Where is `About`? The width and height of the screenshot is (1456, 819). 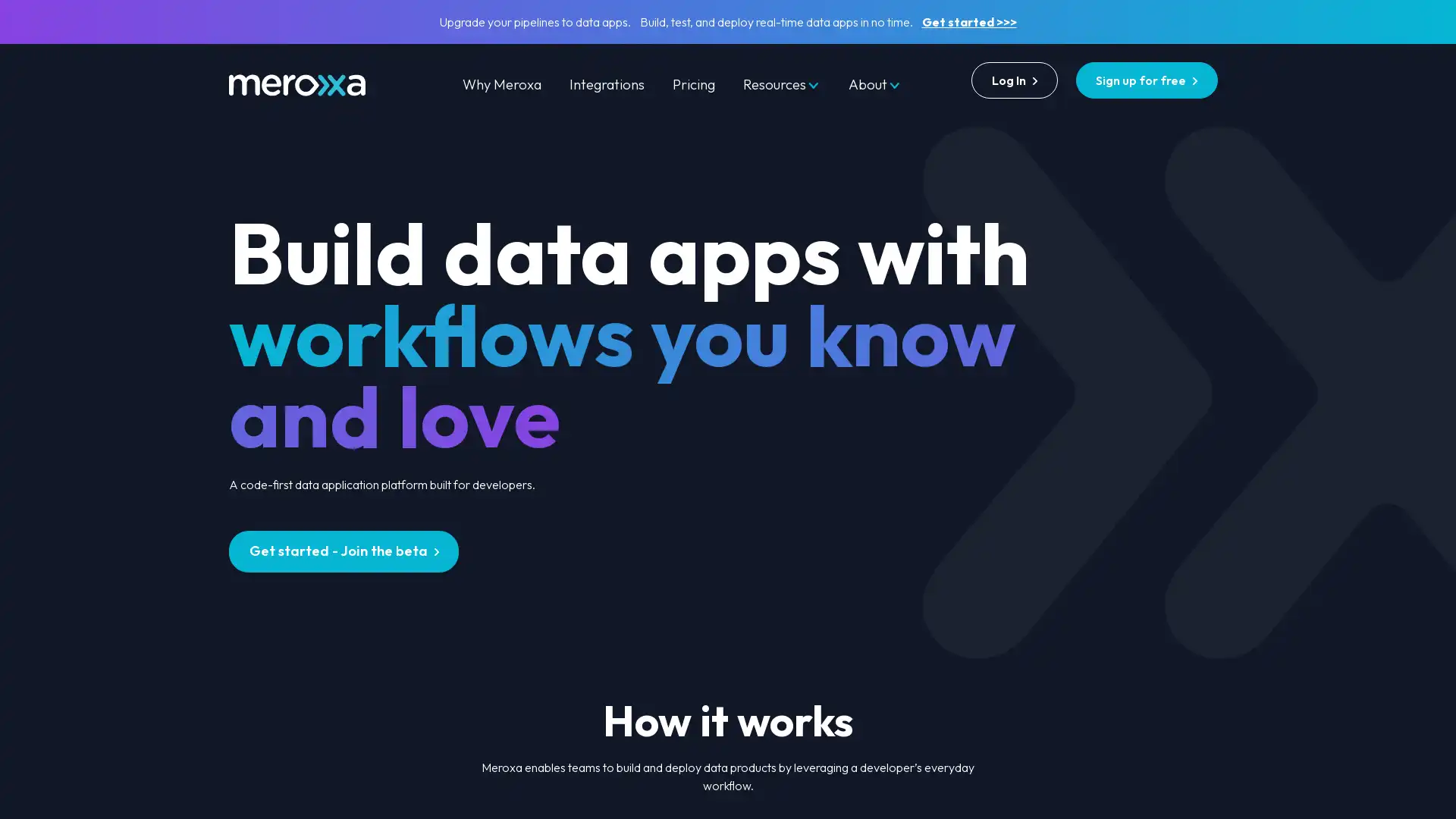 About is located at coordinates (874, 84).